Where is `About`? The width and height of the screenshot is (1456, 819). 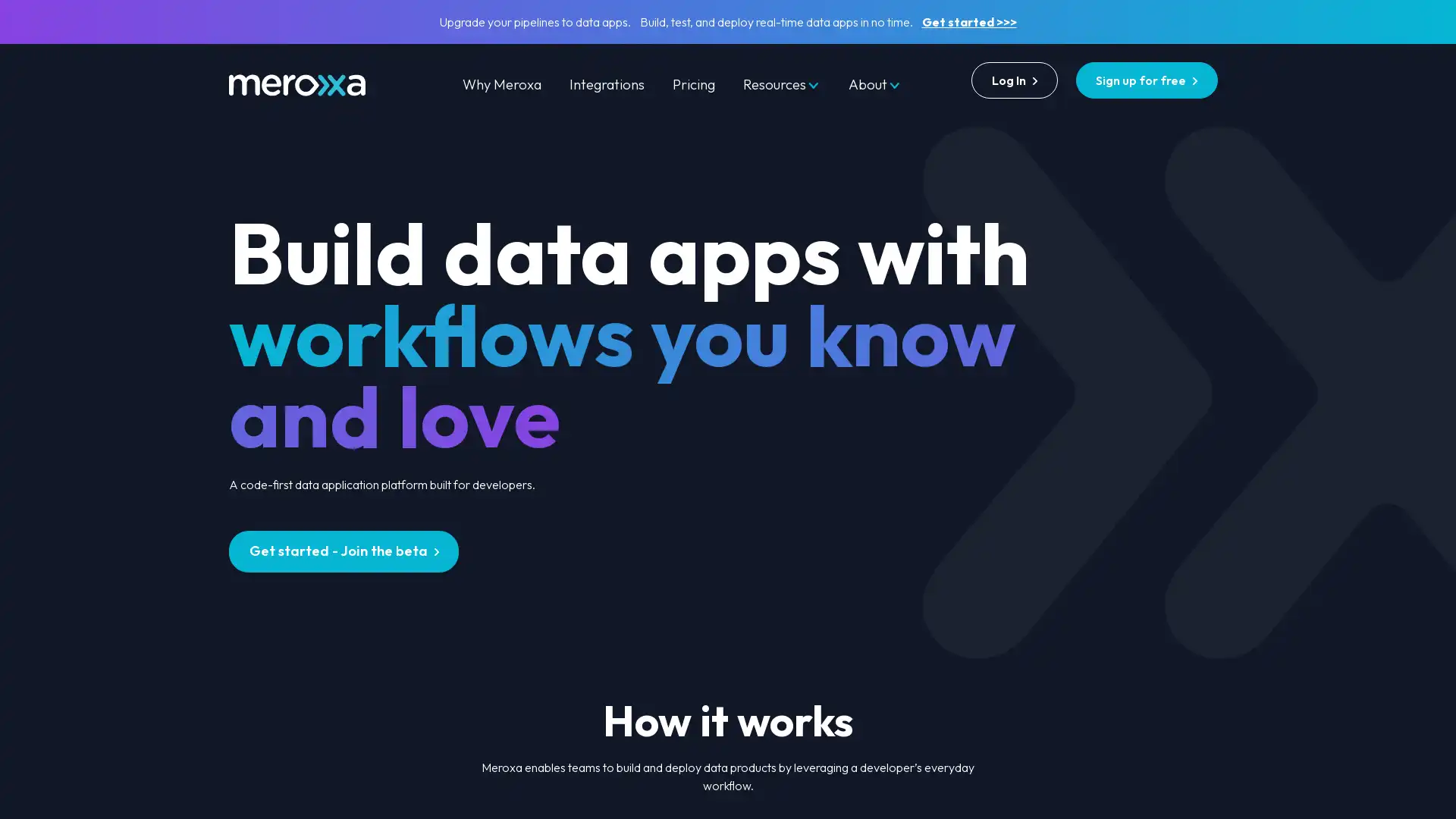 About is located at coordinates (874, 84).